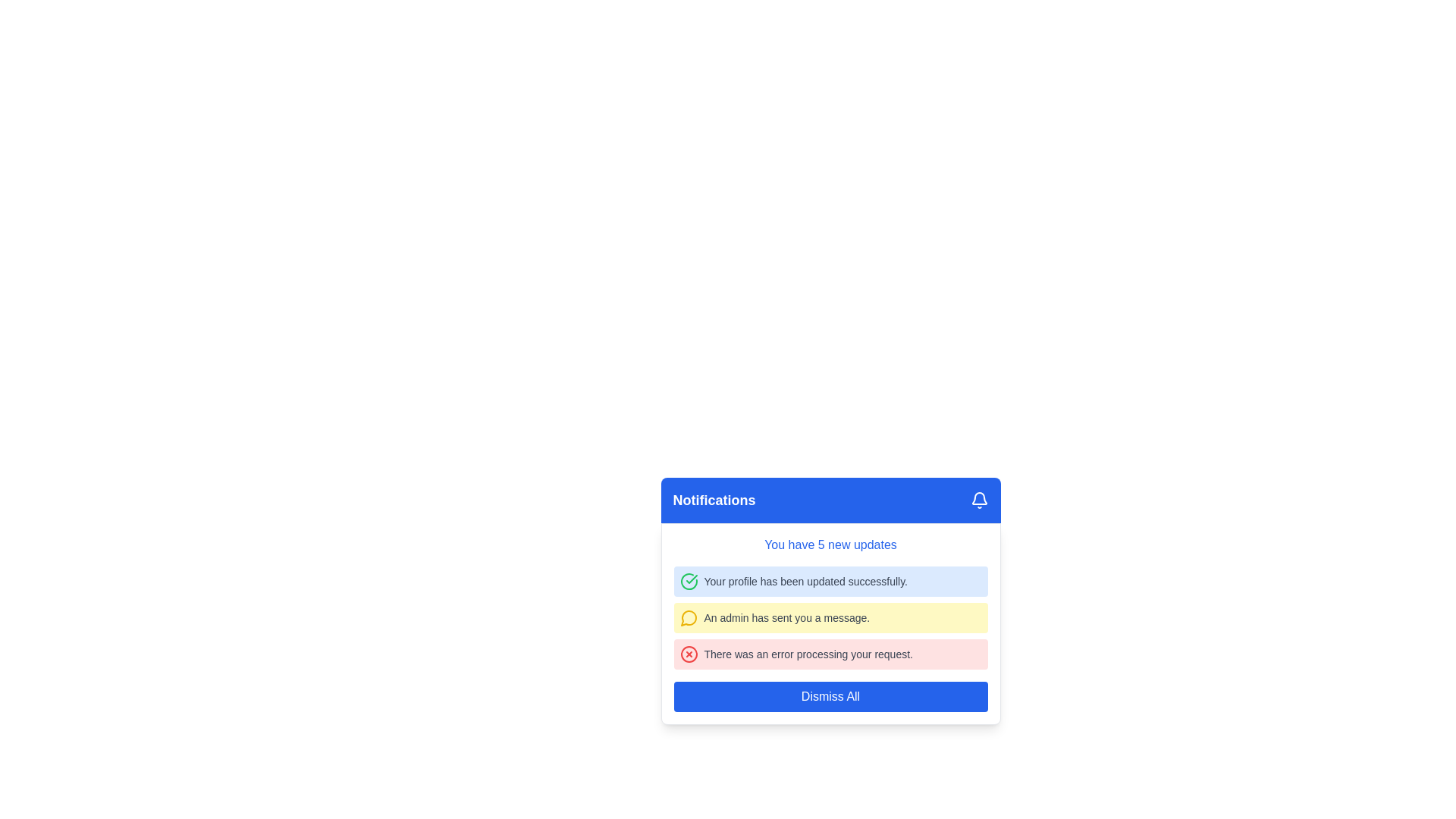  What do you see at coordinates (688, 581) in the screenshot?
I see `the success confirmation icon located at the top-left corner of the notification panel, which indicates that the profile update was completed successfully` at bounding box center [688, 581].